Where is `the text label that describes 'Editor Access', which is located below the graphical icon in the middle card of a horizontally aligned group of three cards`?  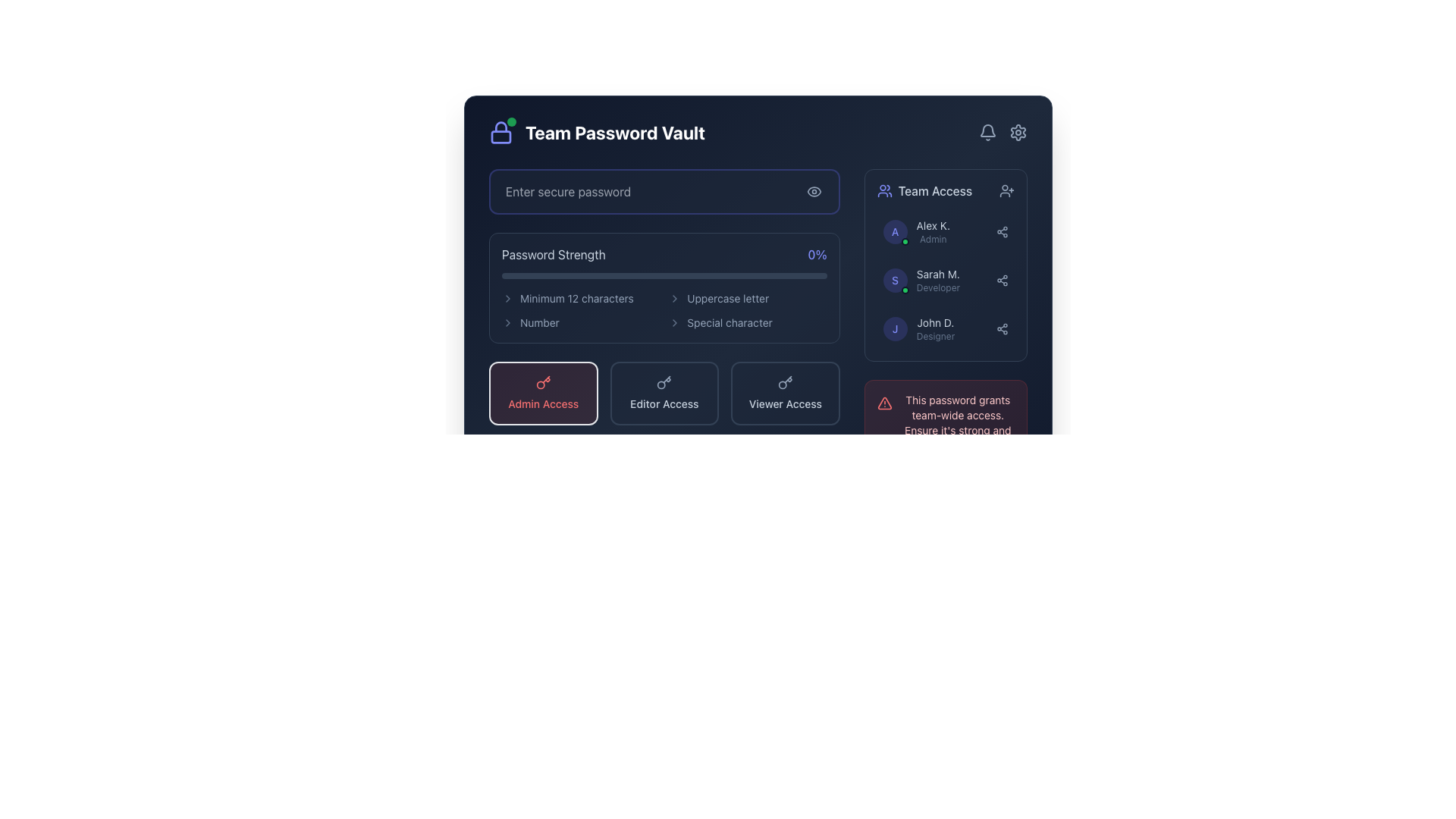 the text label that describes 'Editor Access', which is located below the graphical icon in the middle card of a horizontally aligned group of three cards is located at coordinates (664, 403).